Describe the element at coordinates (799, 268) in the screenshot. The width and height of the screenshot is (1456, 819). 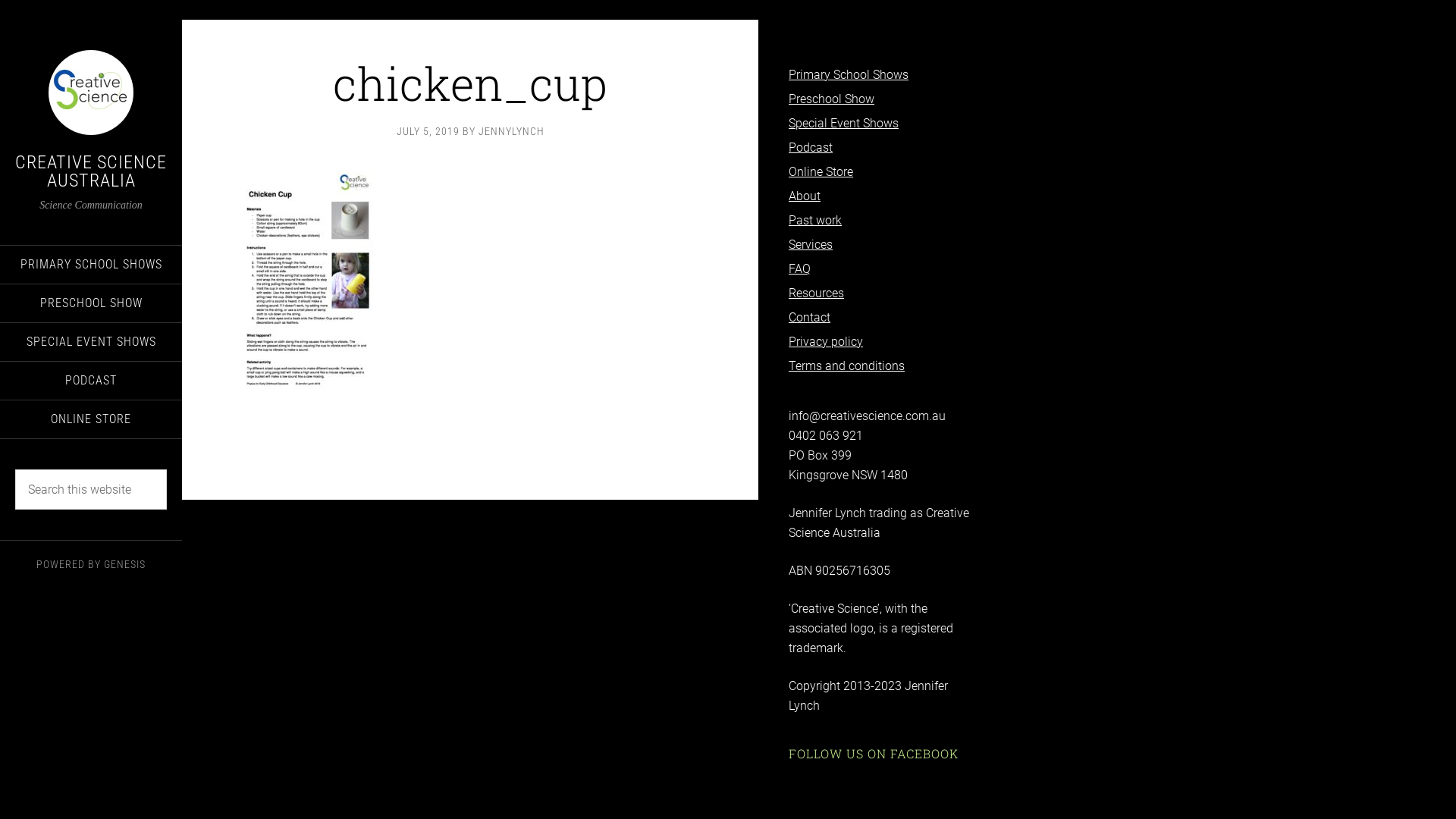
I see `'FAQ'` at that location.